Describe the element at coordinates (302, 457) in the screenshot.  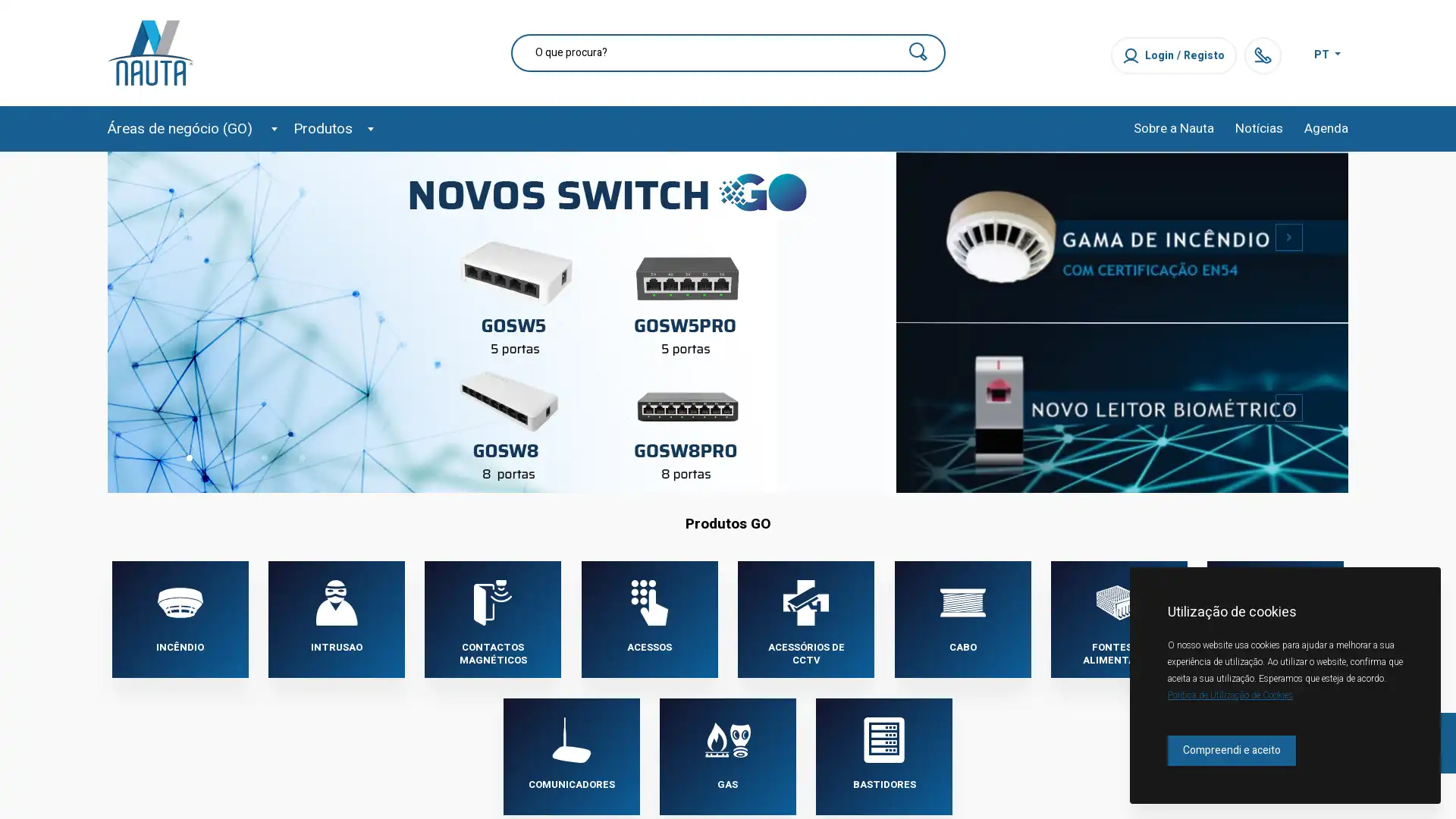
I see `Go to slide 4` at that location.